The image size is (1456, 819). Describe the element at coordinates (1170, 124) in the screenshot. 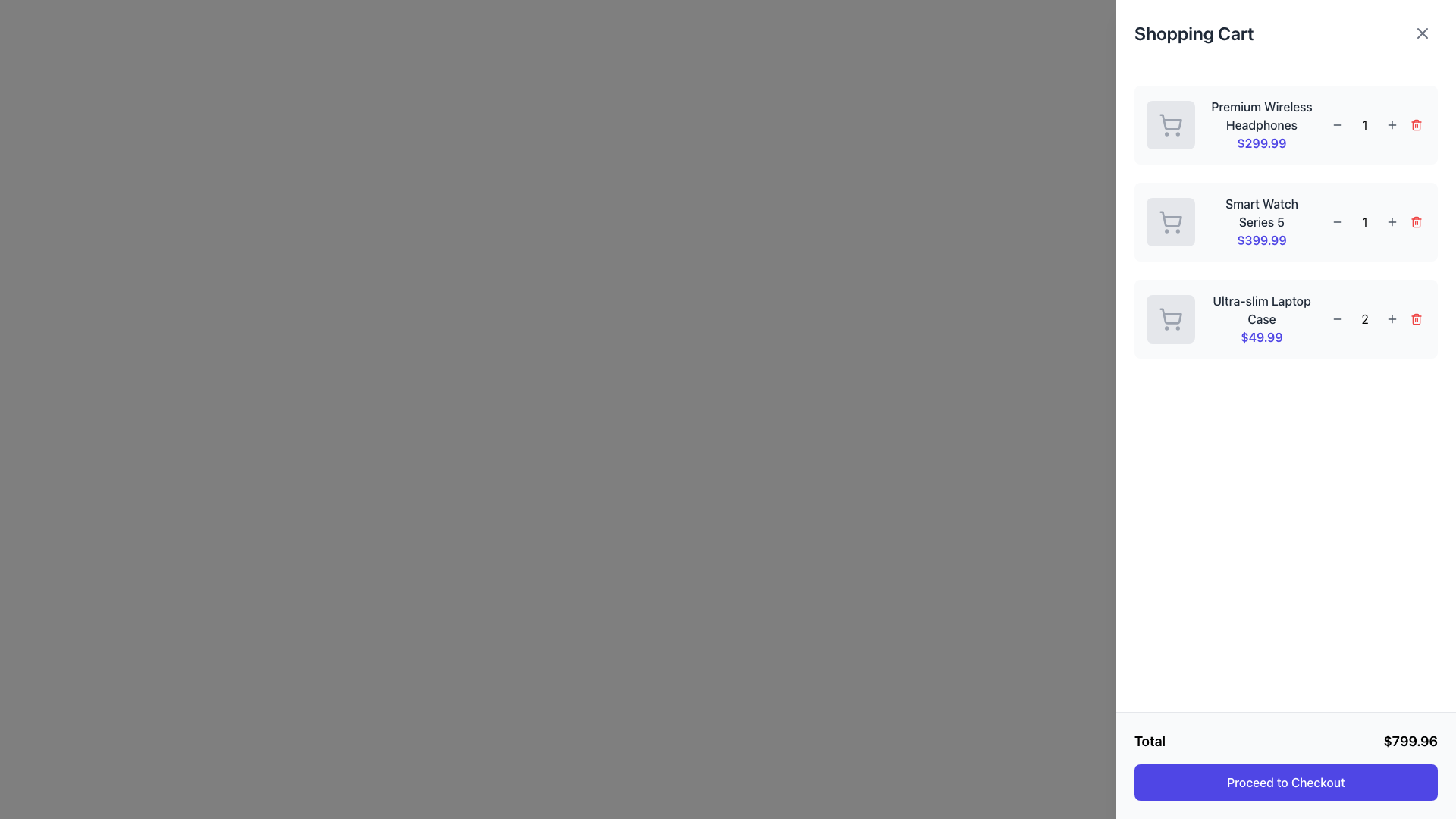

I see `the shopping cart icon with gray outlines located next to the 'Premium Wireless Headphones' label` at that location.